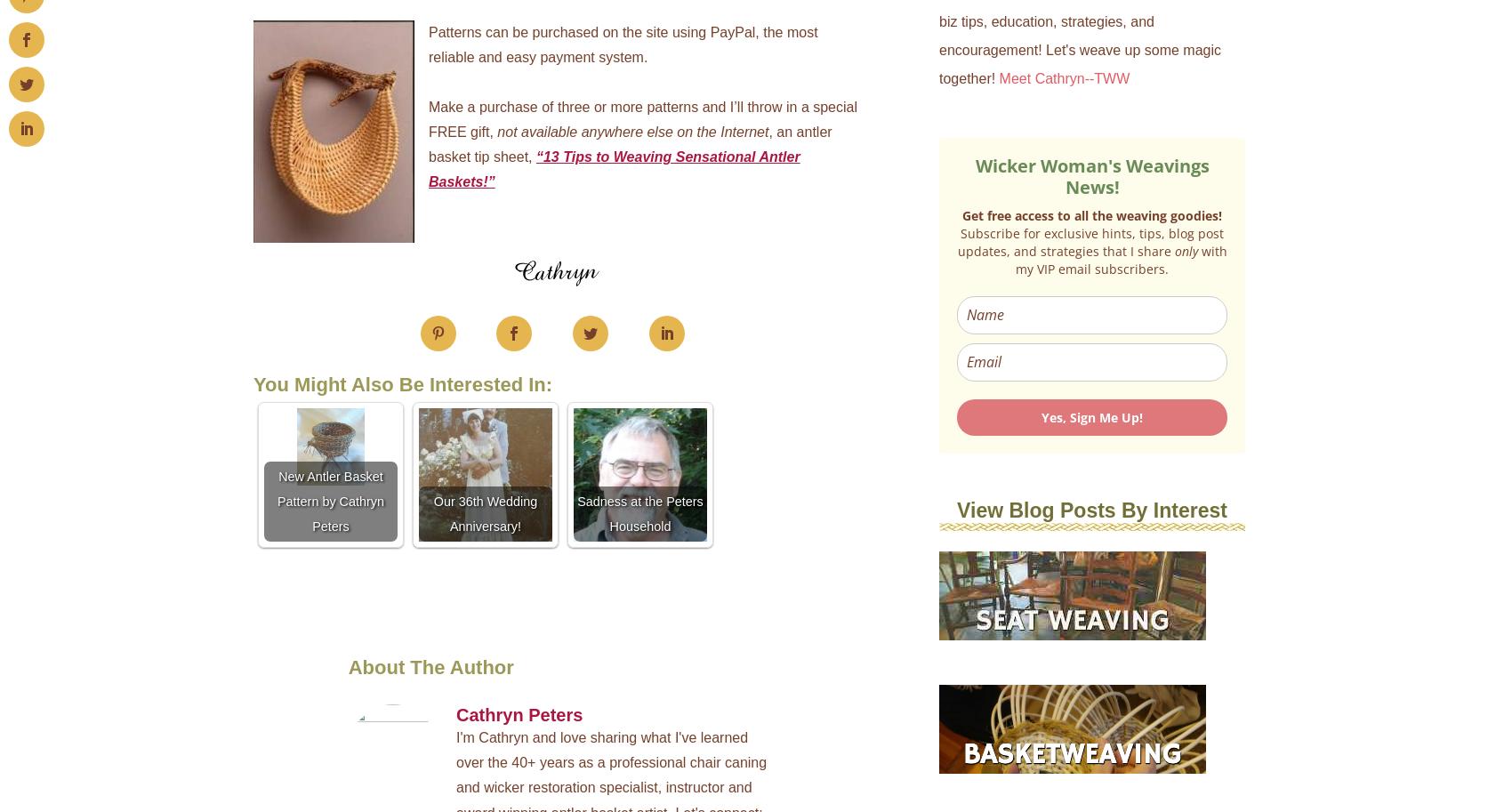 This screenshot has width=1512, height=812. I want to click on 'Subscribe for exclusive hints, tips, blog post updates, and strategies that I share', so click(1090, 241).